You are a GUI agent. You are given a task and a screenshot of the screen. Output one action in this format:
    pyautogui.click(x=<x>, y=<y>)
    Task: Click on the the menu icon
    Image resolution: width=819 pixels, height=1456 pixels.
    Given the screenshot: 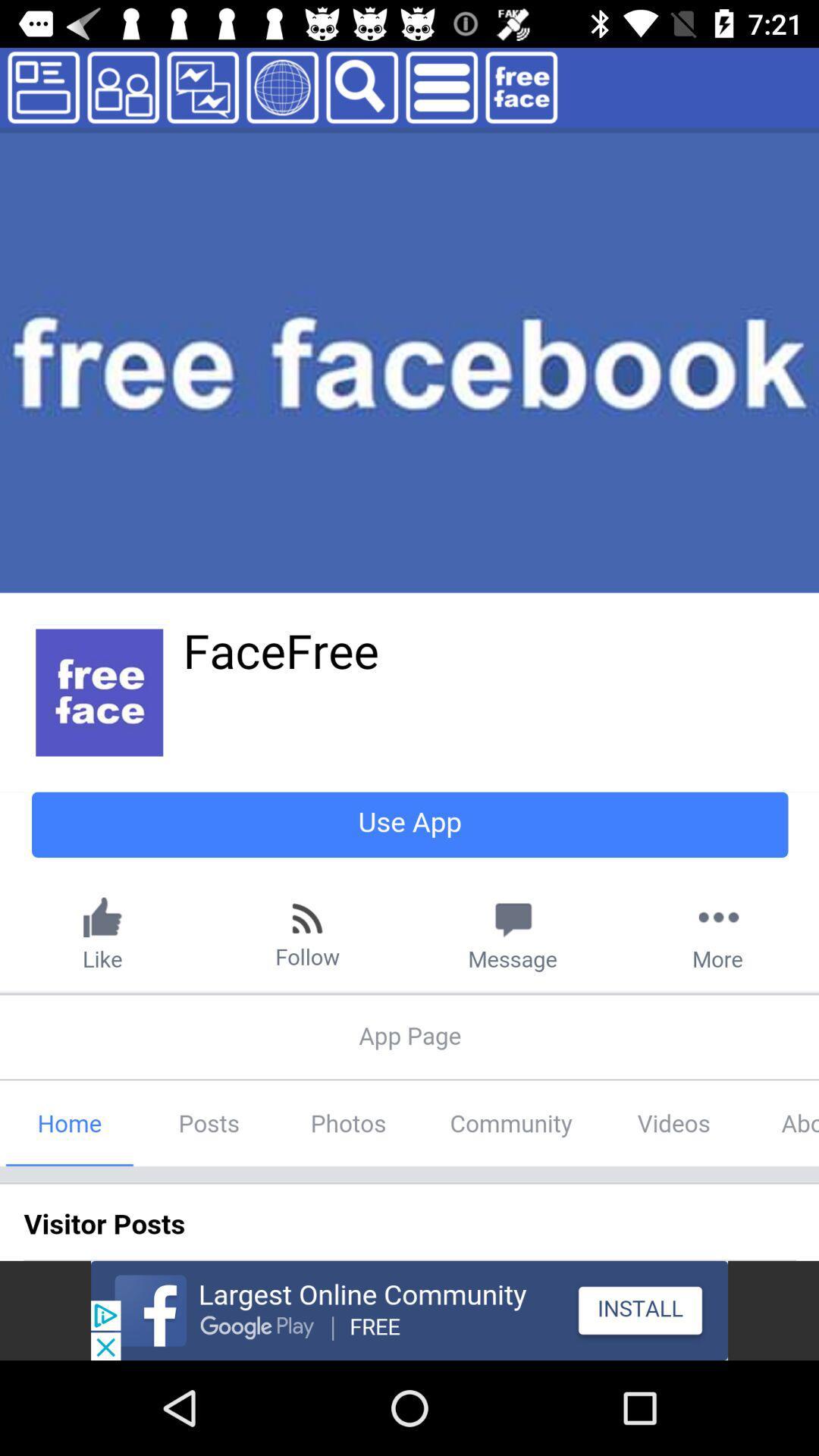 What is the action you would take?
    pyautogui.click(x=441, y=86)
    